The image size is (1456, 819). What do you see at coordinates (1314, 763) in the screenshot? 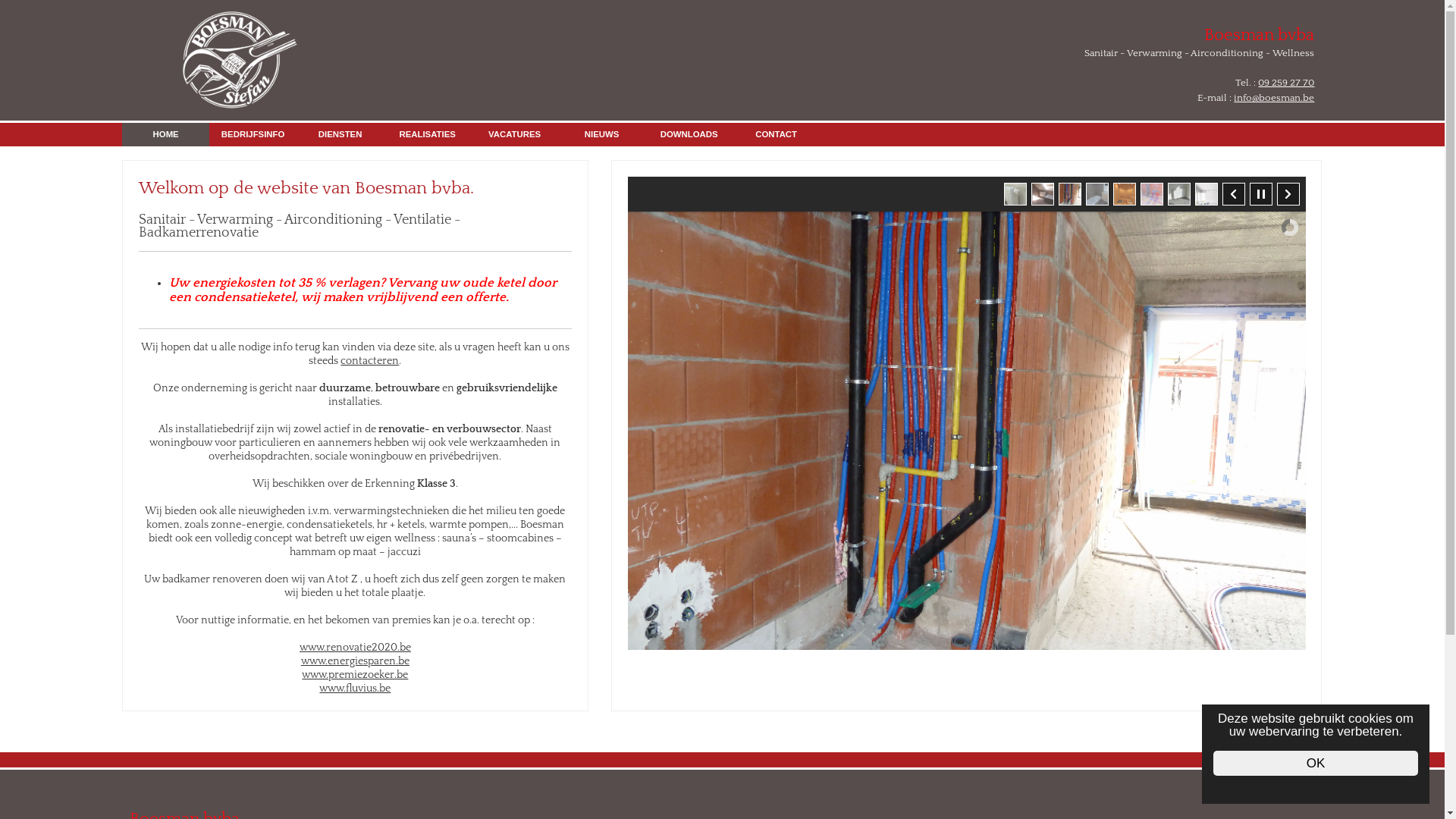
I see `'OK'` at bounding box center [1314, 763].